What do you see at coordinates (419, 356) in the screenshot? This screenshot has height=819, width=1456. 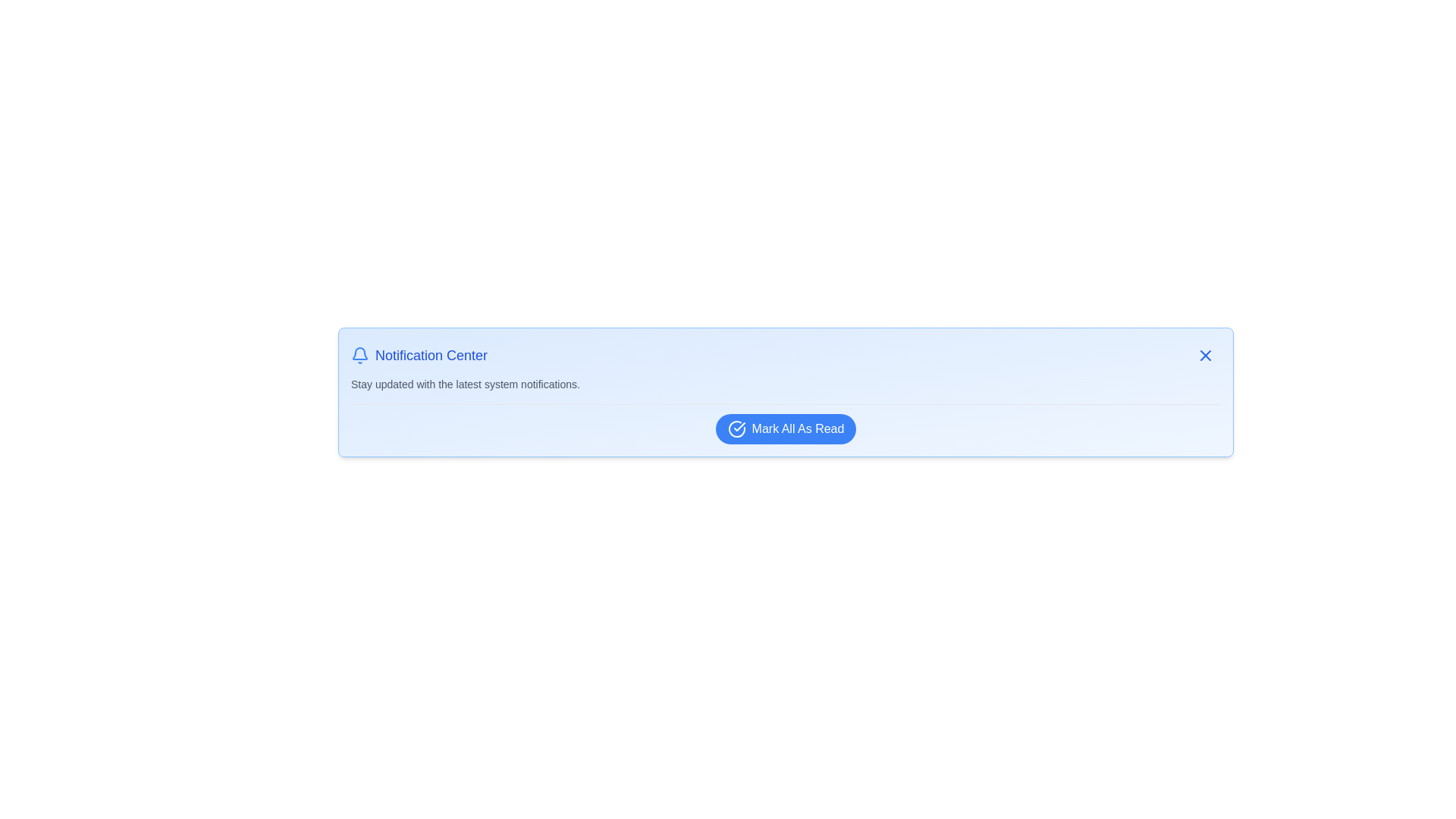 I see `the 'Notification Center' label which contains a bell icon, styled with medium blue color, located at the top-left of the notification panel` at bounding box center [419, 356].